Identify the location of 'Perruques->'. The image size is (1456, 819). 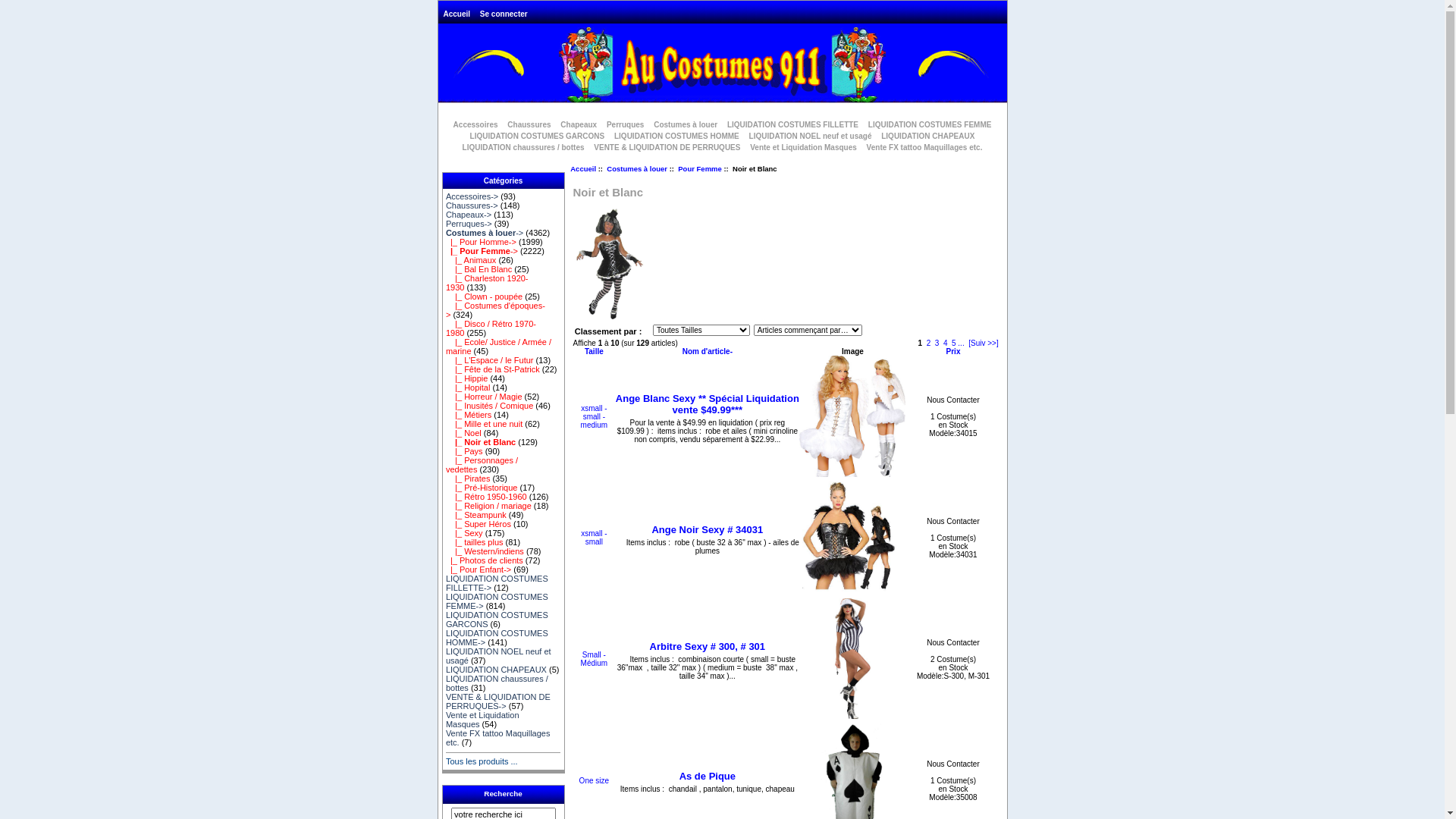
(468, 223).